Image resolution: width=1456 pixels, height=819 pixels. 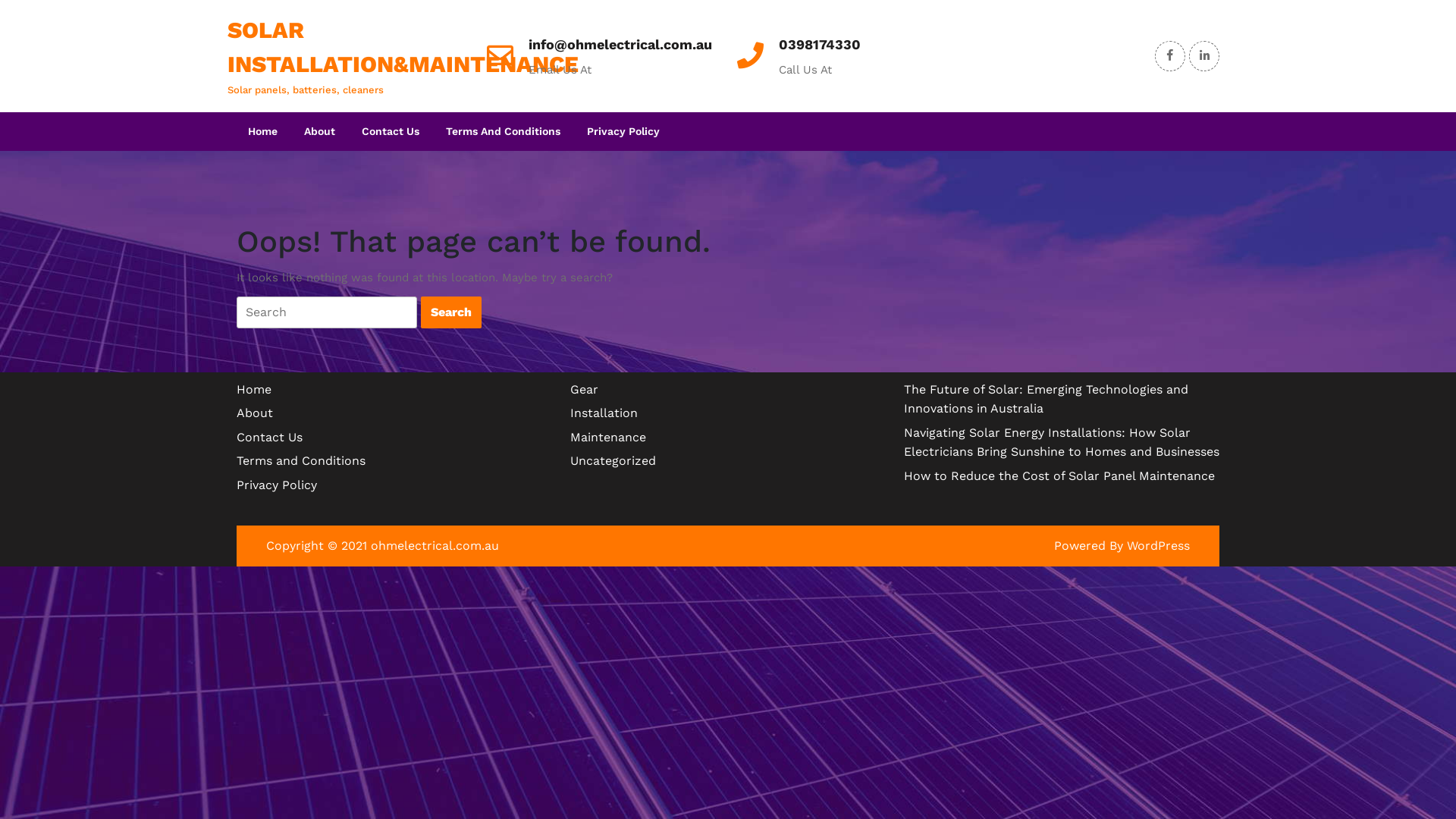 I want to click on '0398174330, so click(x=818, y=43).